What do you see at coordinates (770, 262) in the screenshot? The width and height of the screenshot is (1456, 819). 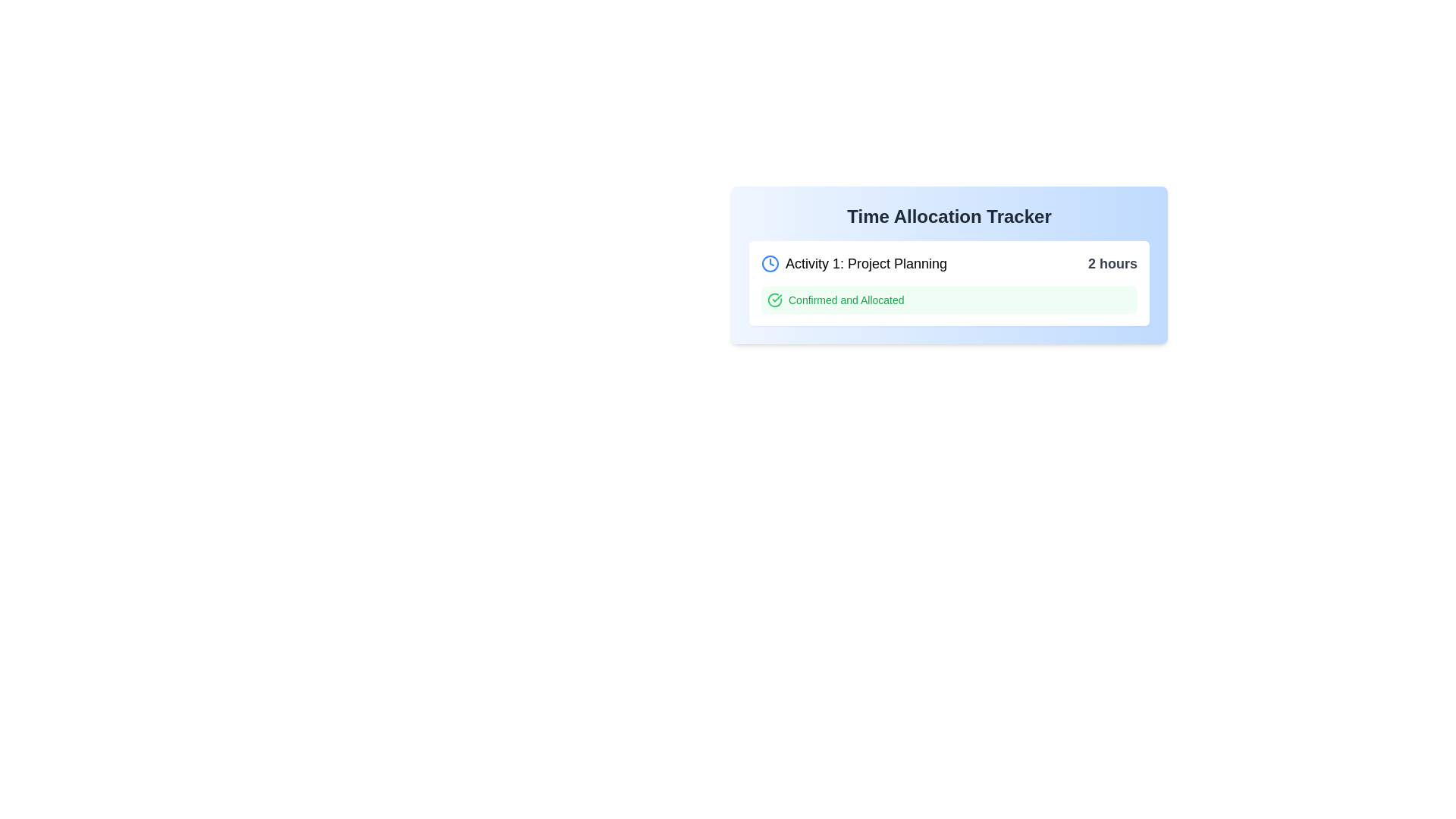 I see `the clock icon that symbolizes the scheduled time or duration, located to the immediate left of the text 'Activity 1: Project Planning'` at bounding box center [770, 262].